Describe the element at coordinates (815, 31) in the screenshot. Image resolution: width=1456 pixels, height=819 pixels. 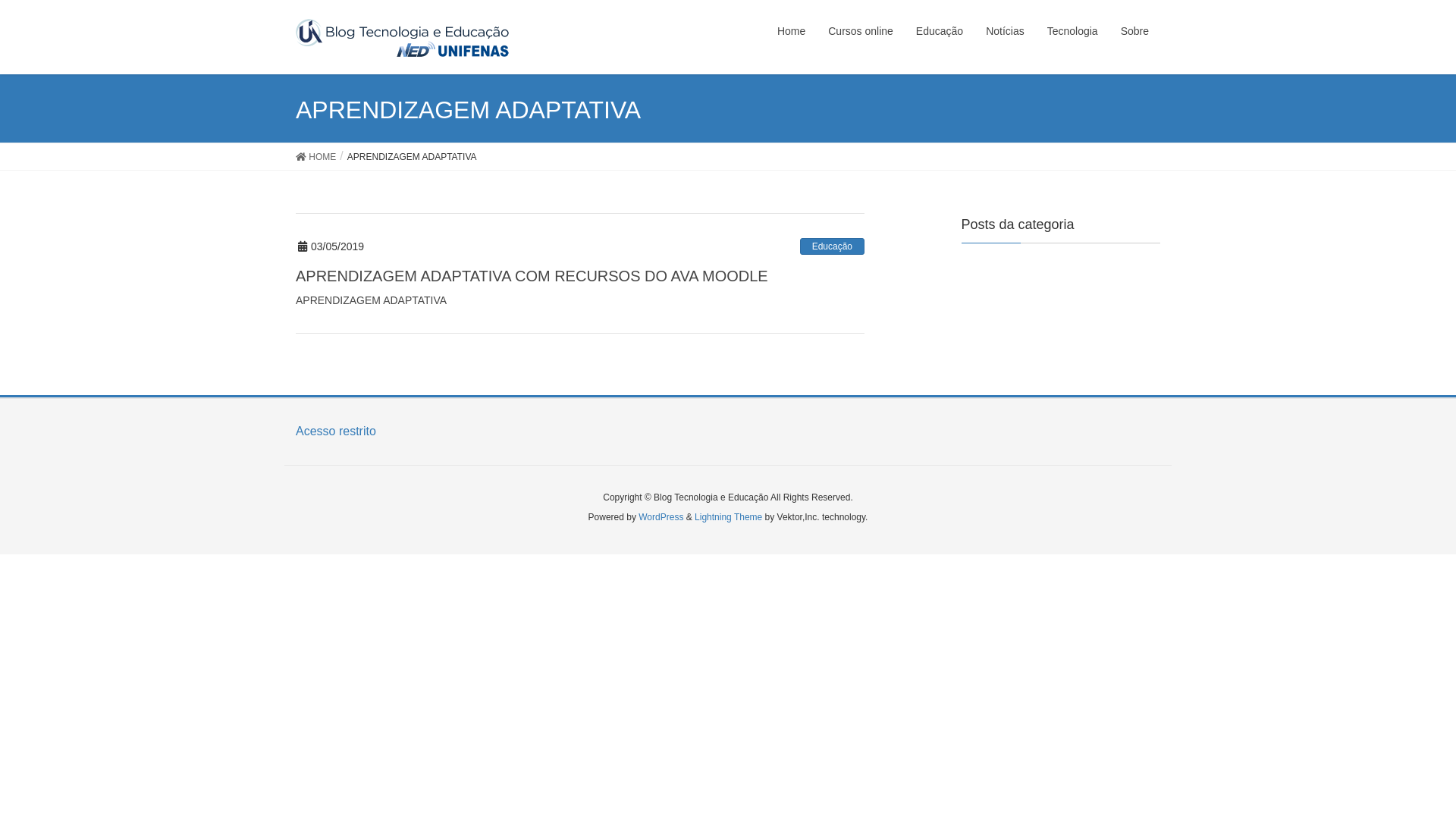
I see `'Cursos online'` at that location.